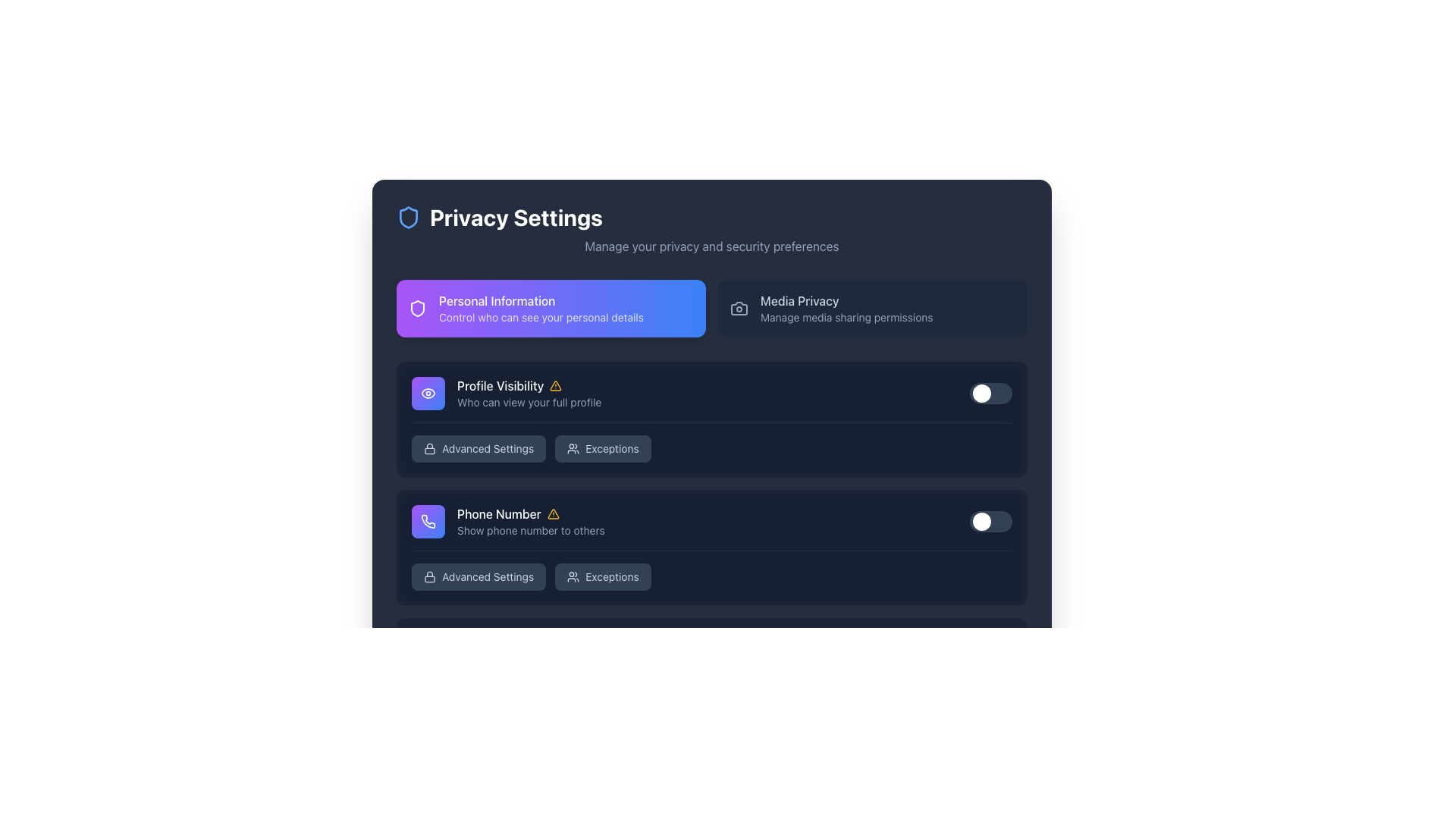 The width and height of the screenshot is (1456, 819). Describe the element at coordinates (418, 308) in the screenshot. I see `the 'Personal Information' icon located at the top-left corner of the 'Personal Information' card by clicking on it` at that location.